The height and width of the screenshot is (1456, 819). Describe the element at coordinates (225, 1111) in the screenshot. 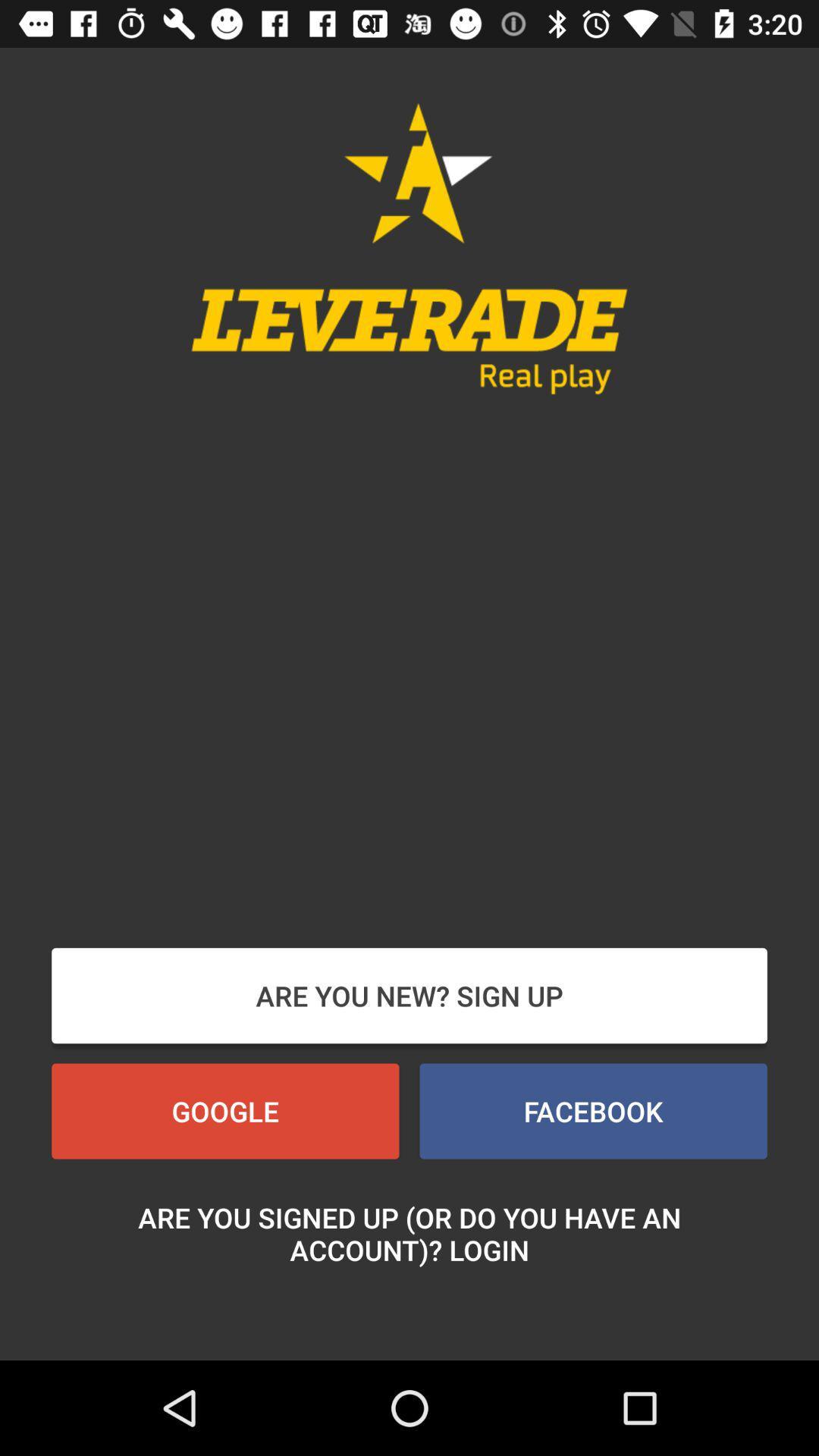

I see `the button below the are you new button` at that location.